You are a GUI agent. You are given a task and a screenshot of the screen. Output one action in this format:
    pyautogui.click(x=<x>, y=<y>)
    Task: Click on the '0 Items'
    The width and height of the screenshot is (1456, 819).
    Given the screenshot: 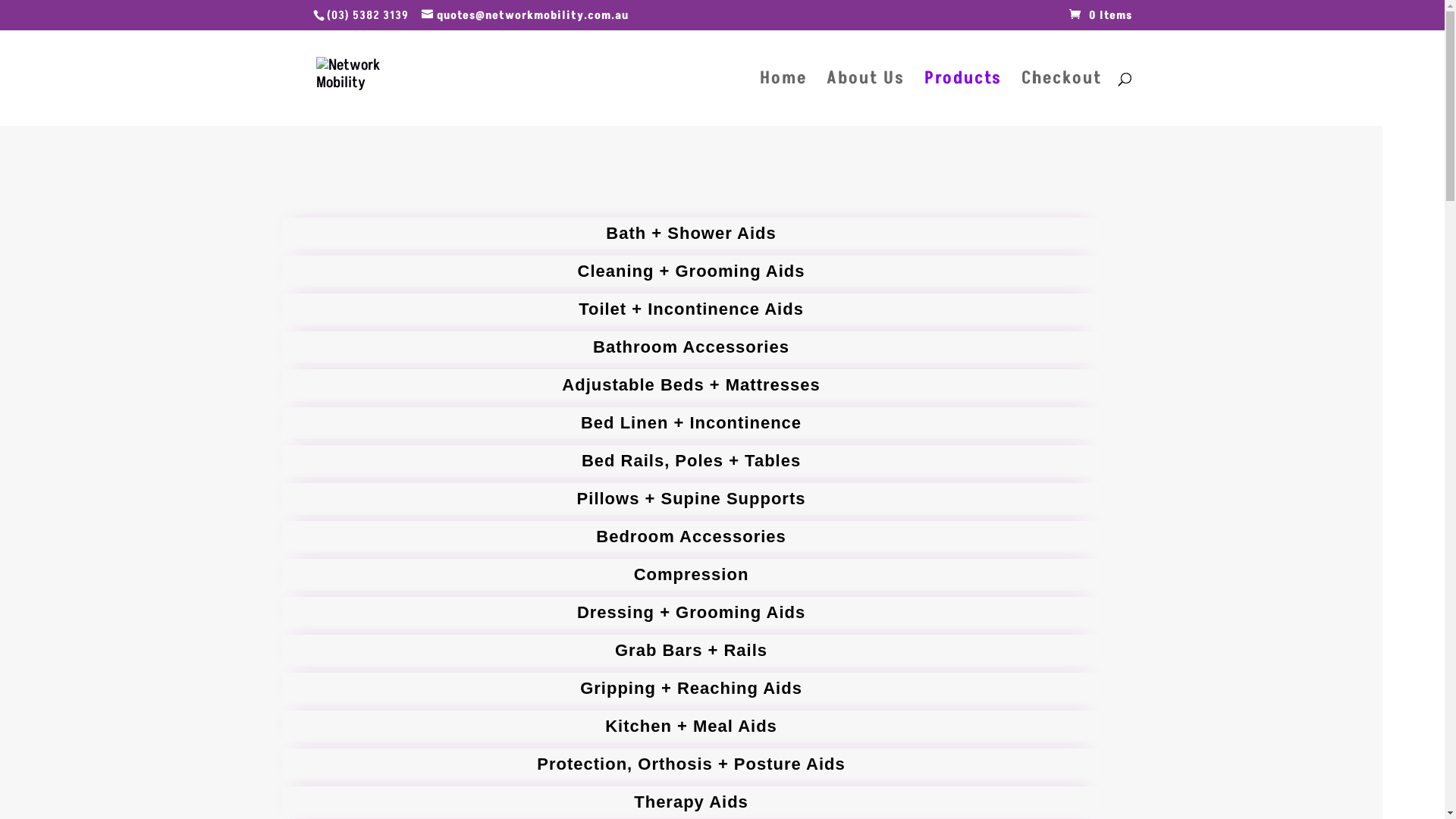 What is the action you would take?
    pyautogui.click(x=1100, y=15)
    